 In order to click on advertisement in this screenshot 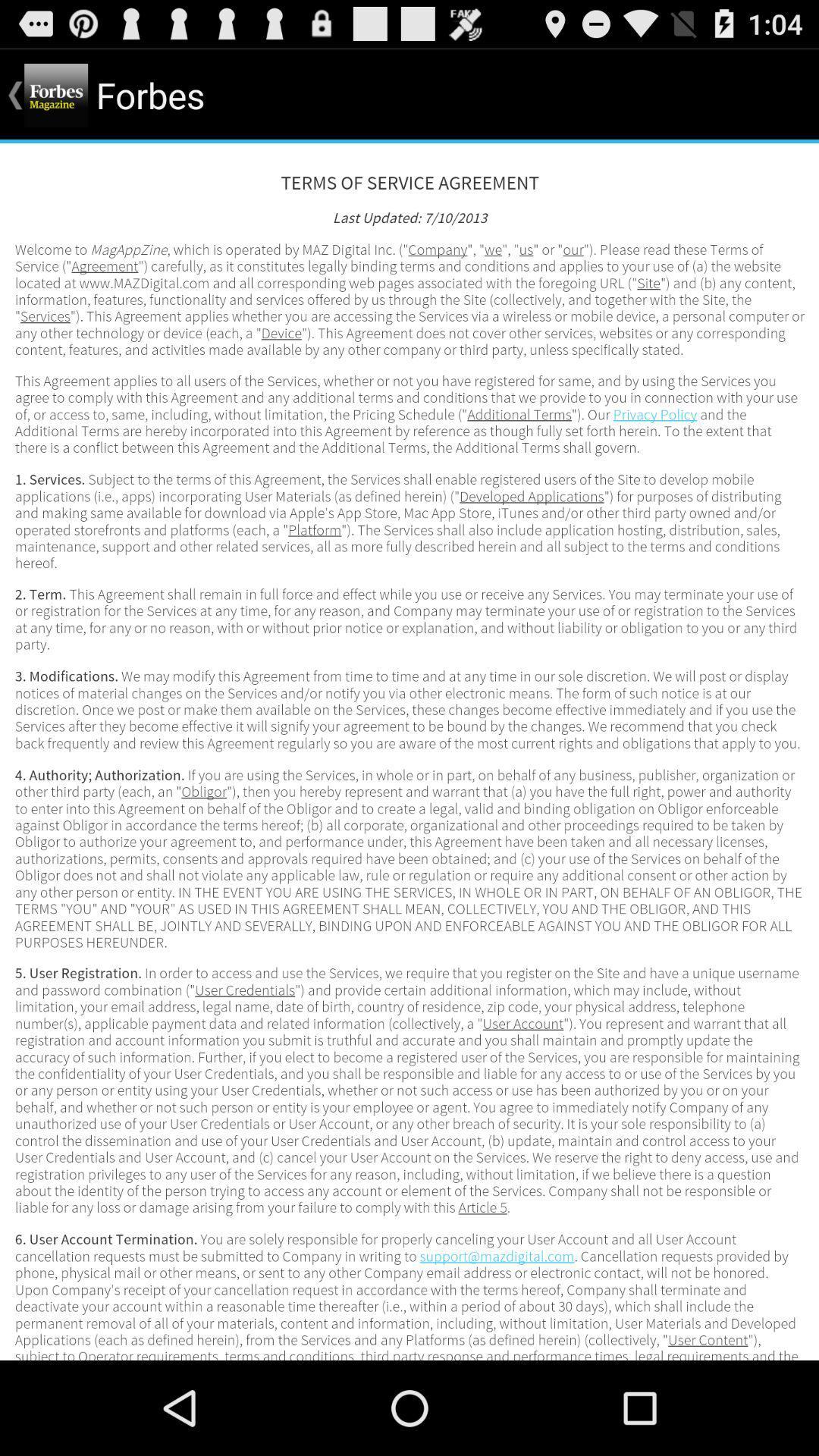, I will do `click(409, 752)`.